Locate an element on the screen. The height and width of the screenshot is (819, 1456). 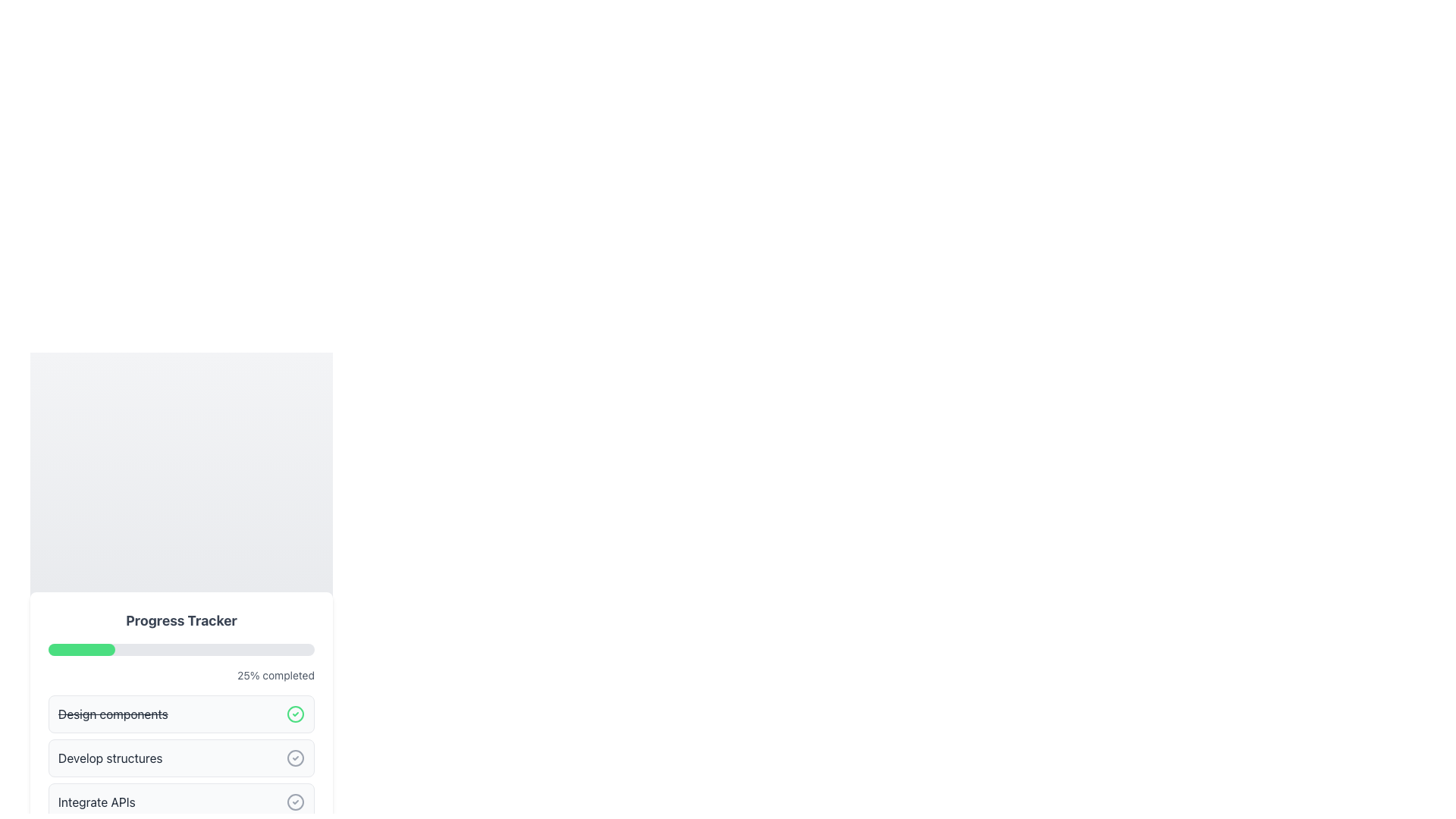
the circular status indicator icon located near the 'Integrate APIs' text in the progress tracker section to interact with the task is located at coordinates (295, 801).